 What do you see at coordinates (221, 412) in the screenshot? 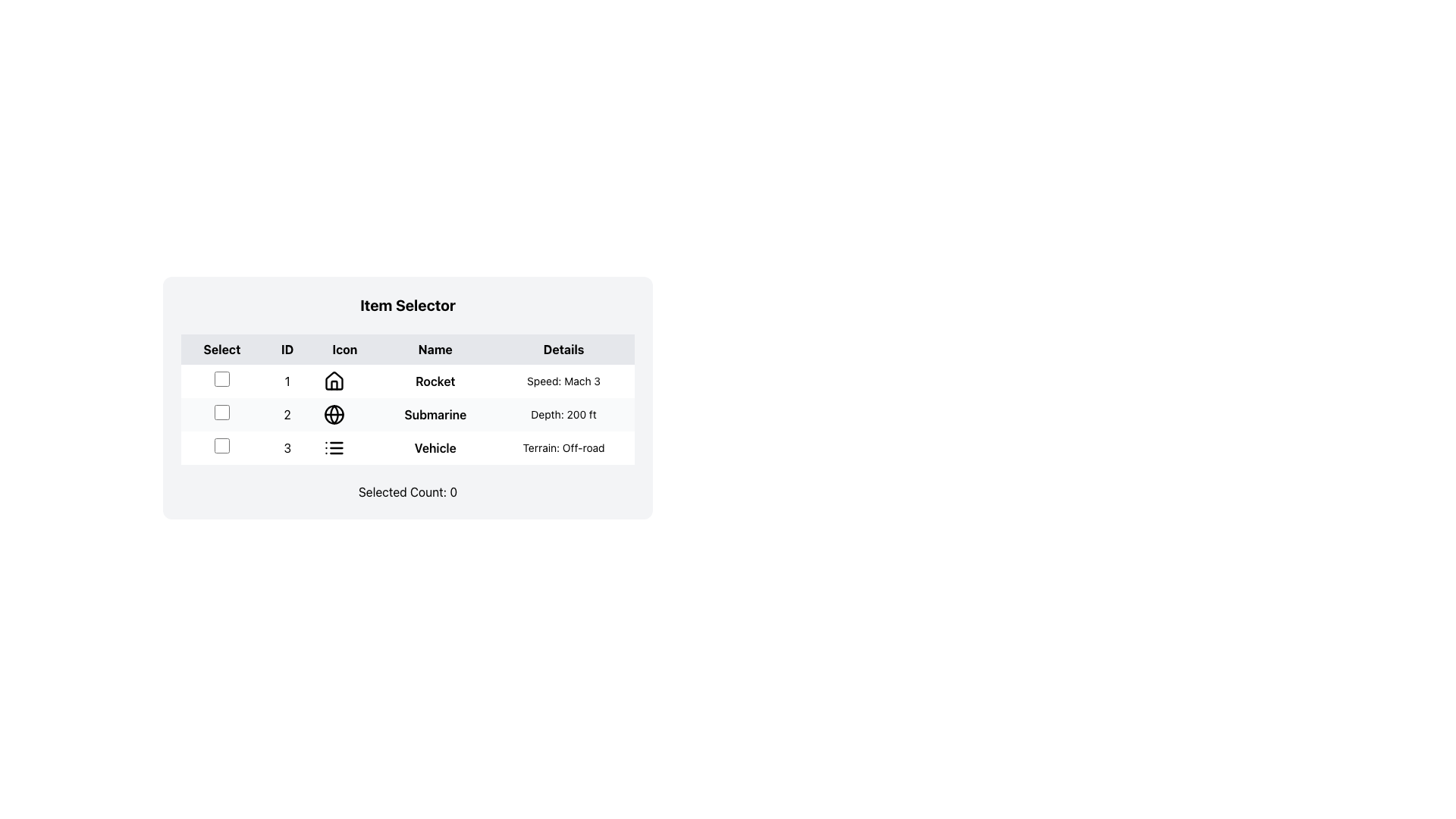
I see `the checkbox for 'Submarine' located` at bounding box center [221, 412].